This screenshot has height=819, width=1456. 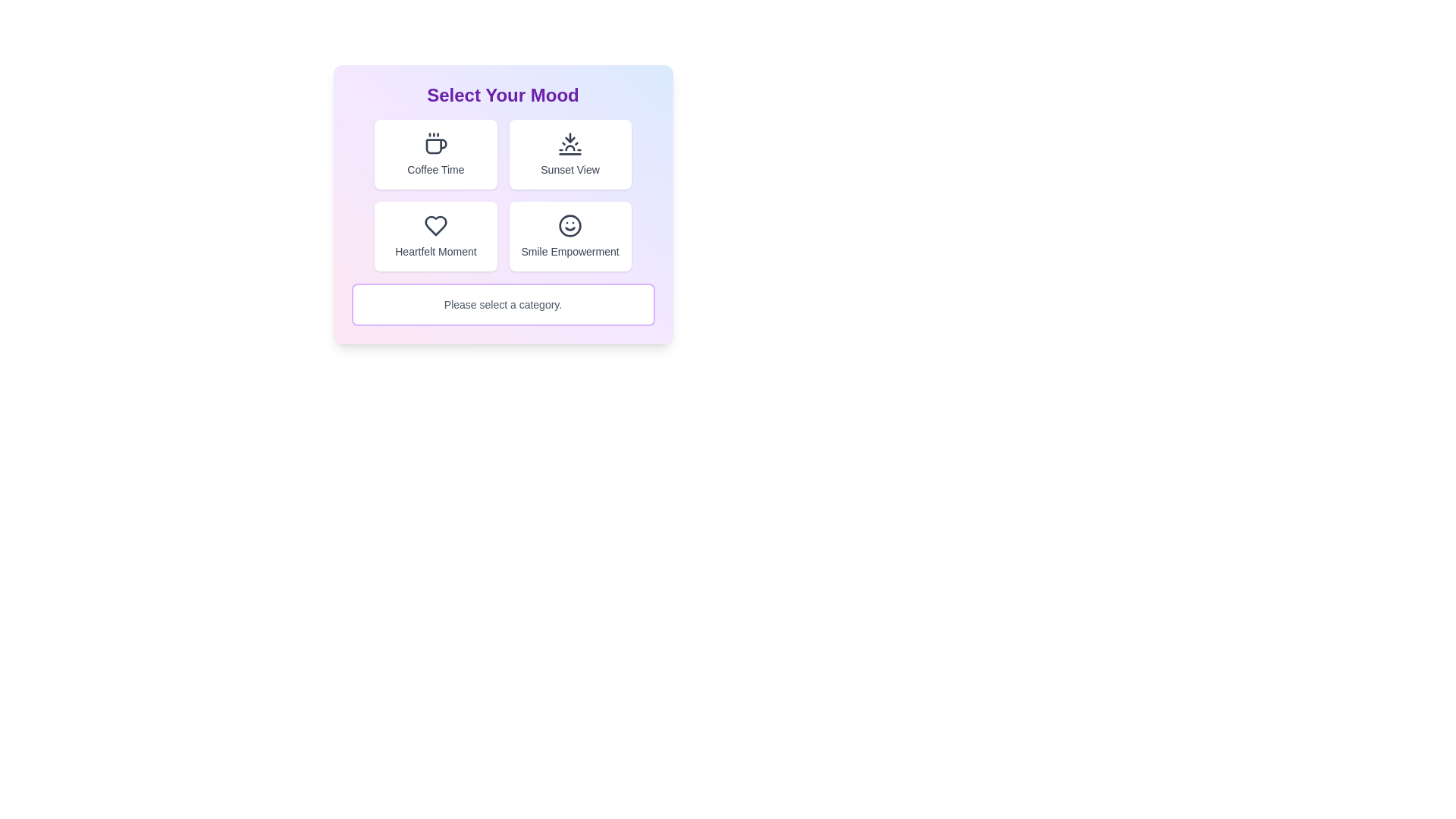 I want to click on the circular outline element that is part of the 'Smile Empowerment' button located in the lower right of the grid inside the 'Select Your Mood' panel, so click(x=570, y=225).